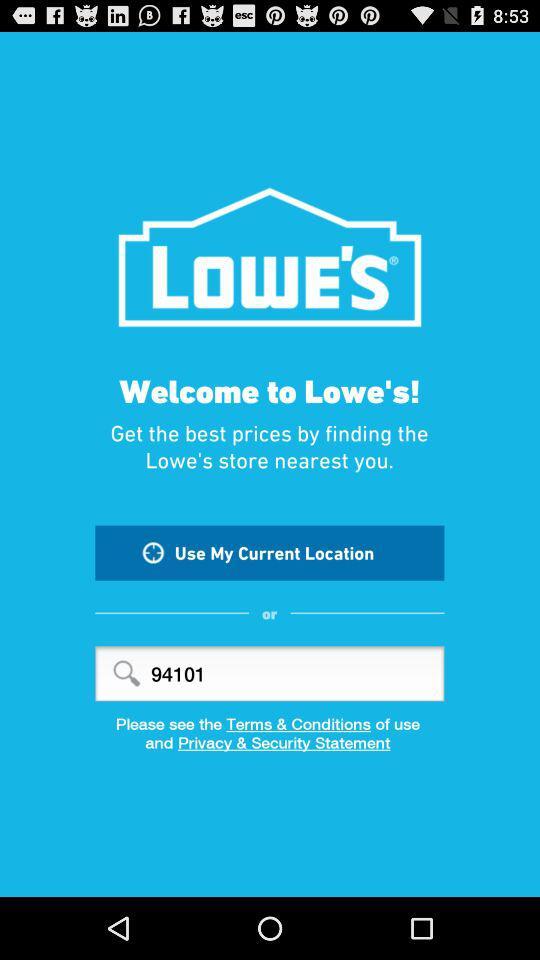  What do you see at coordinates (270, 722) in the screenshot?
I see `the item below the 94101 icon` at bounding box center [270, 722].